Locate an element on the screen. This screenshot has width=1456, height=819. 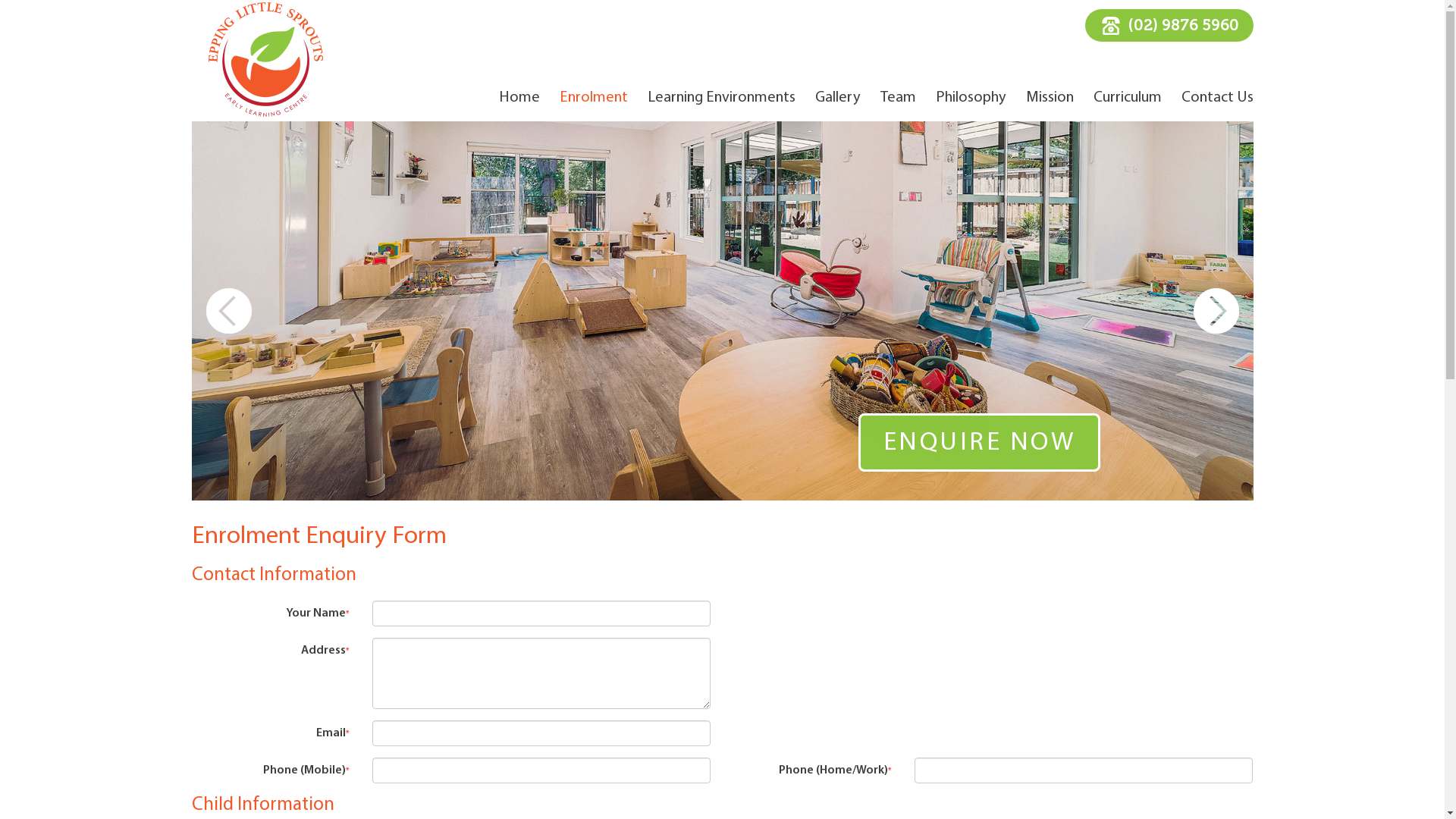
'(02) 9876 5960' is located at coordinates (1167, 25).